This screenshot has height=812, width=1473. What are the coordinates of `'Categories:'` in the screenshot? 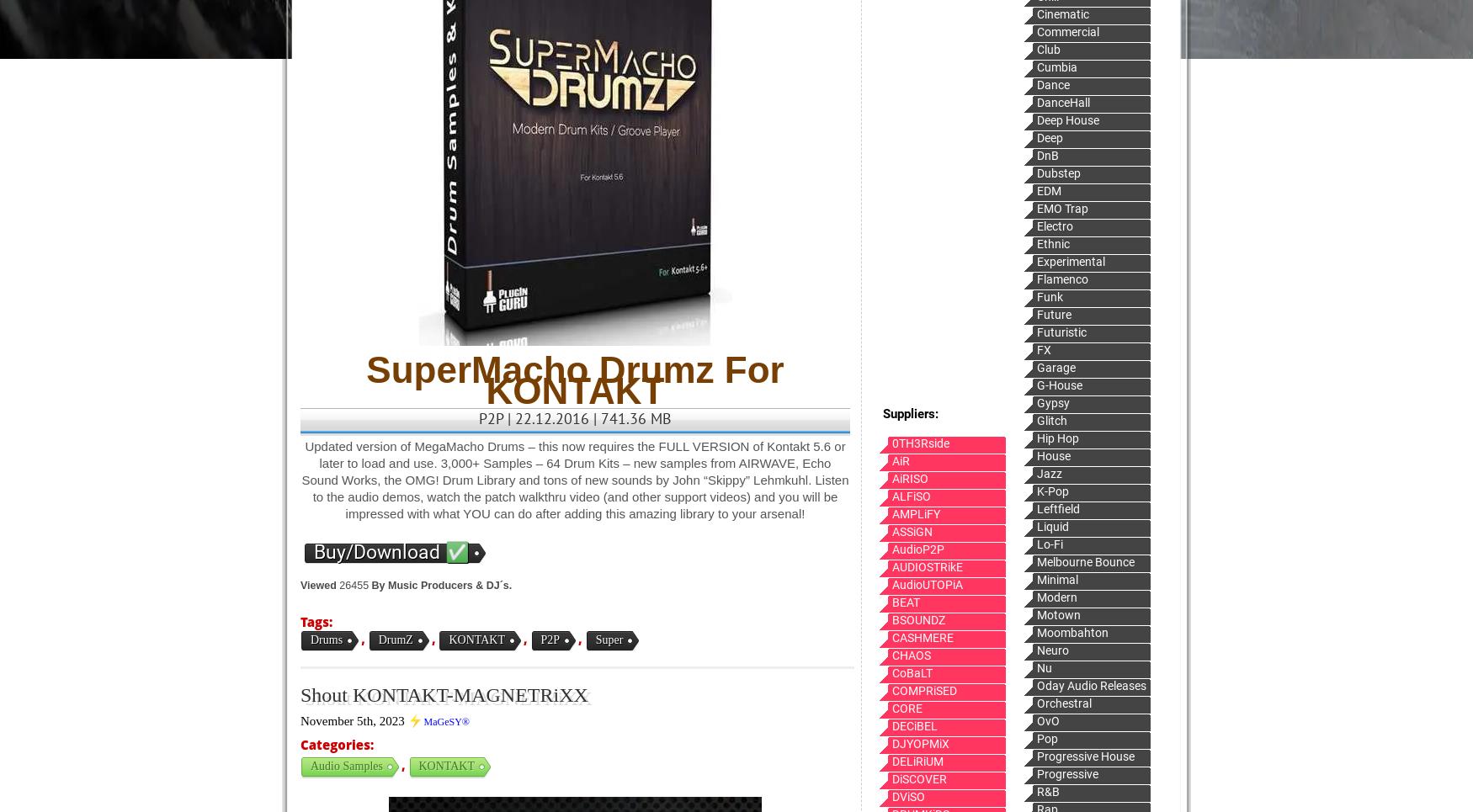 It's located at (336, 745).